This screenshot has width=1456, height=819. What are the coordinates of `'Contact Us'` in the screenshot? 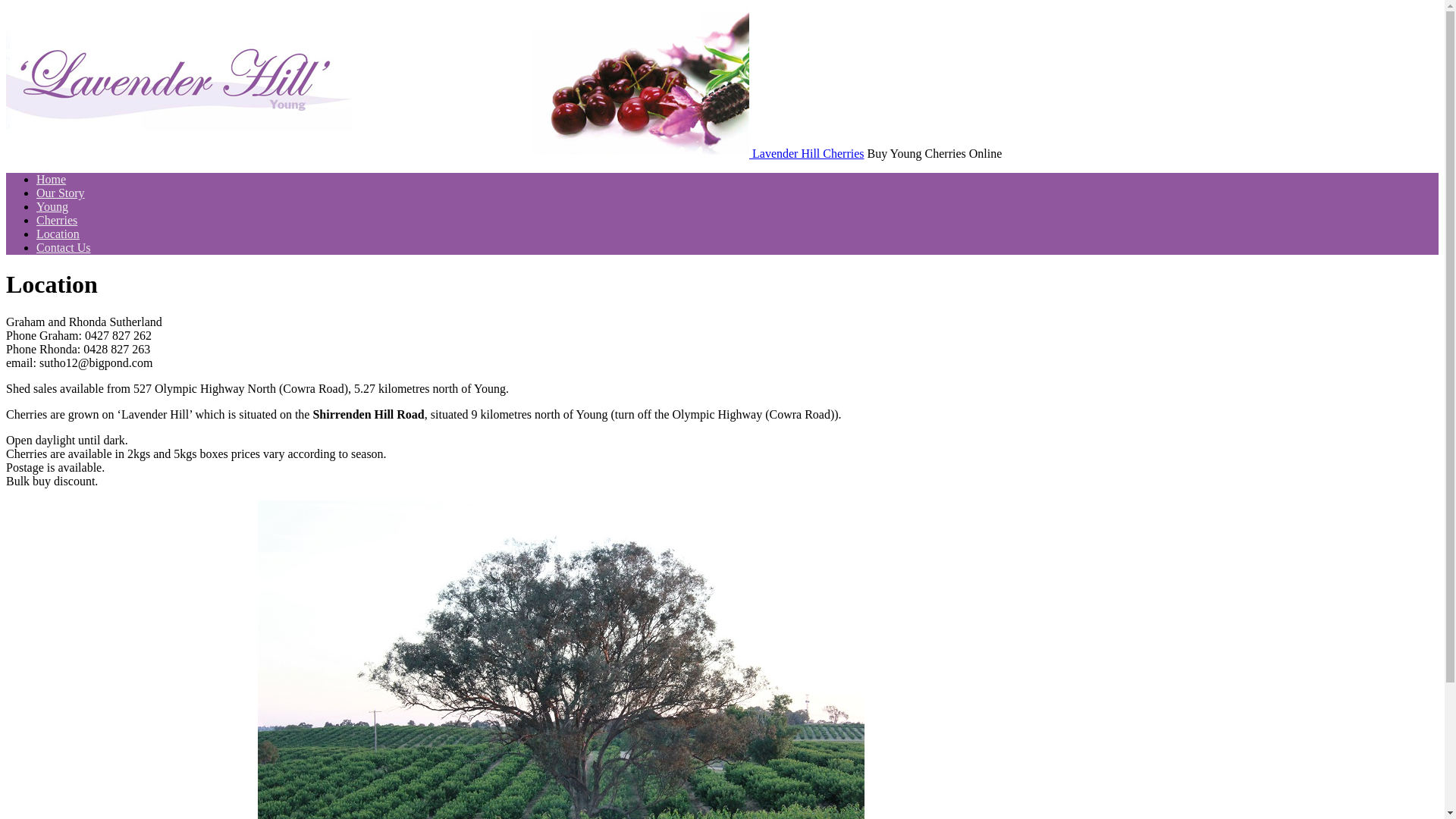 It's located at (62, 246).